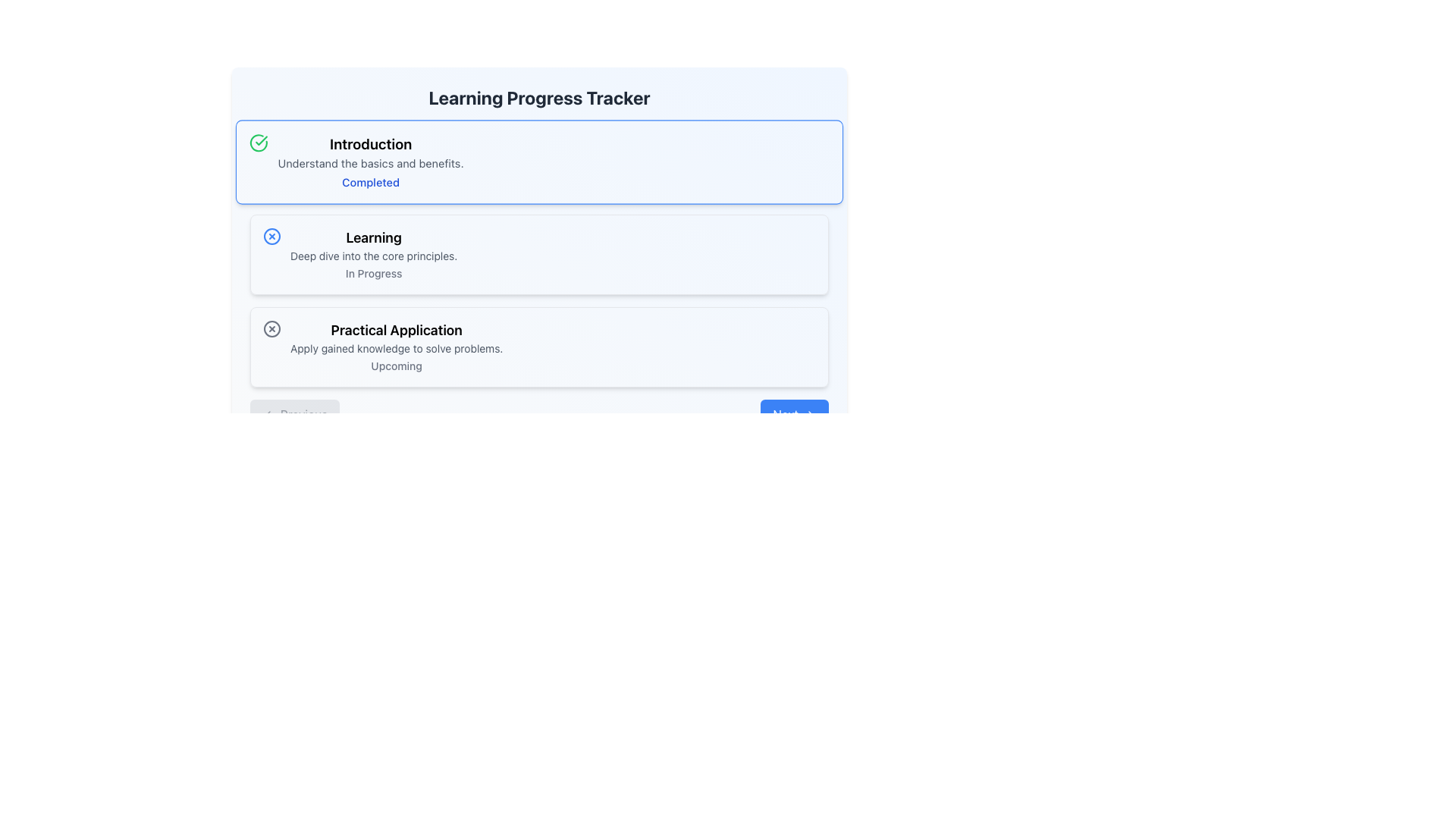 Image resolution: width=1456 pixels, height=819 pixels. What do you see at coordinates (374, 273) in the screenshot?
I see `the text label displaying 'In Progress', which is styled in small gray font and positioned below the title 'Learning' and the descriptive text 'Deep dive into the core principles.'` at bounding box center [374, 273].